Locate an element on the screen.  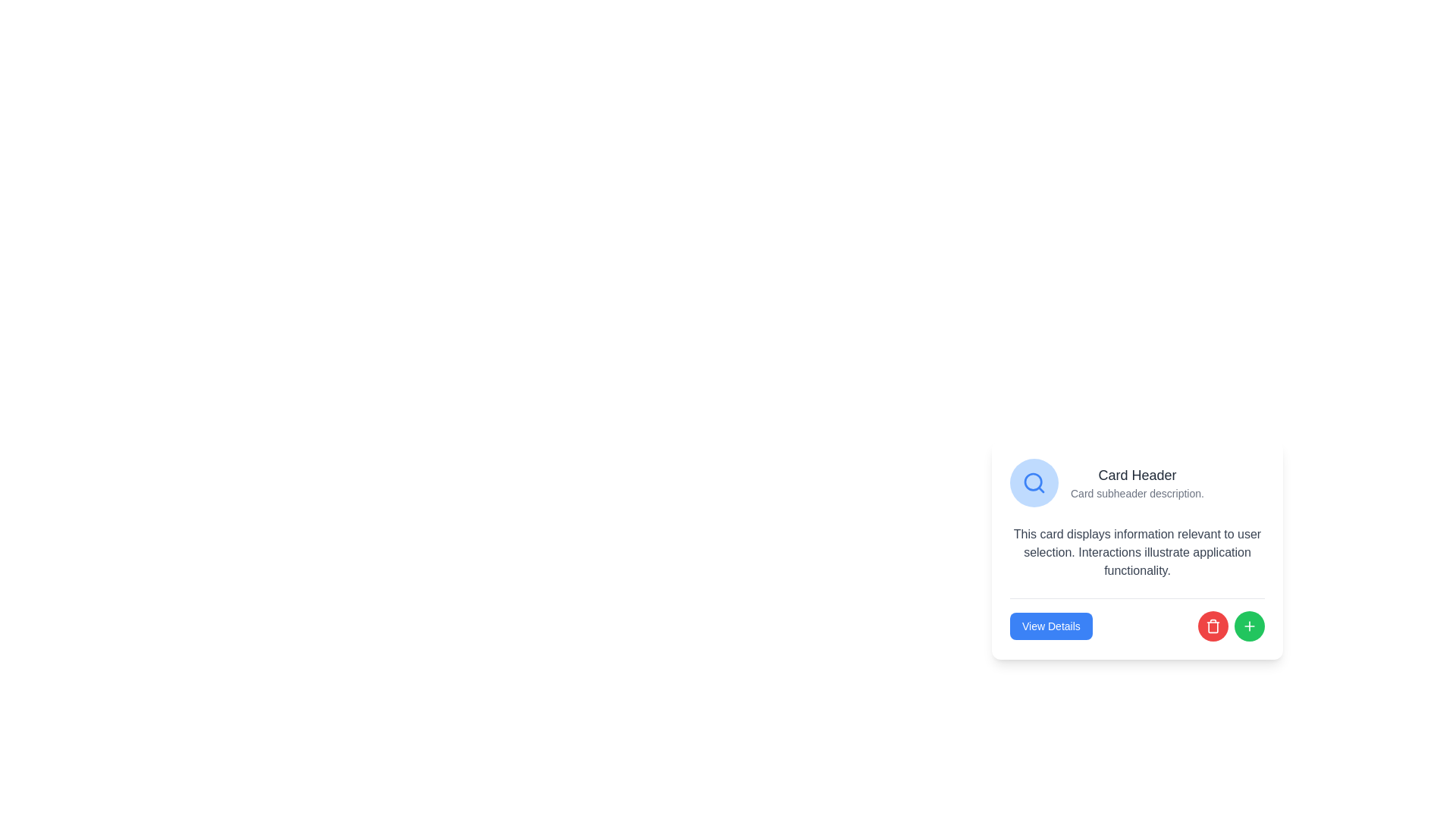
the small, circular green button with a centered '+' symbol located at the bottom-right corner of the card component is located at coordinates (1249, 626).